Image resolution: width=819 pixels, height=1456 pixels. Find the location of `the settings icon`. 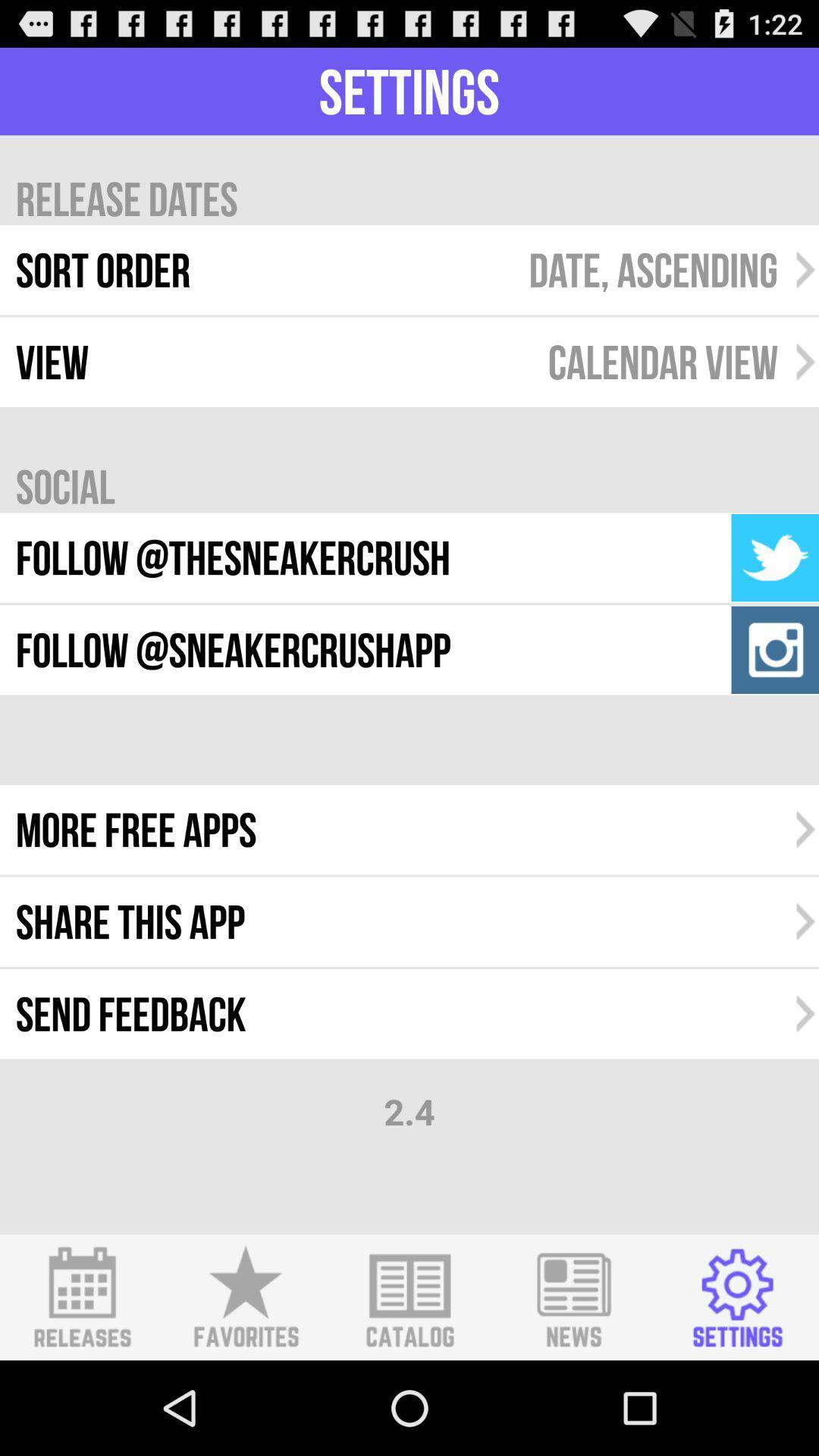

the settings icon is located at coordinates (736, 1389).